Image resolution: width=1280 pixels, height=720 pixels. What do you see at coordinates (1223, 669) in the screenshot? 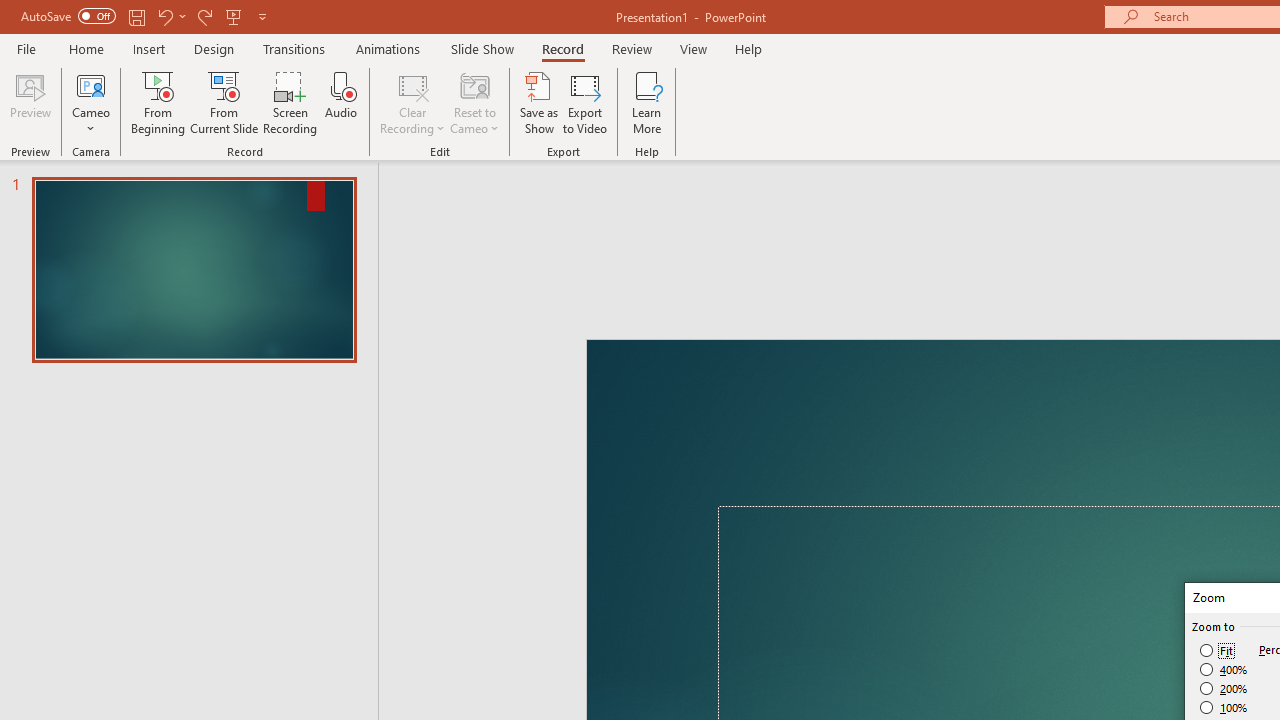
I see `'400%'` at bounding box center [1223, 669].